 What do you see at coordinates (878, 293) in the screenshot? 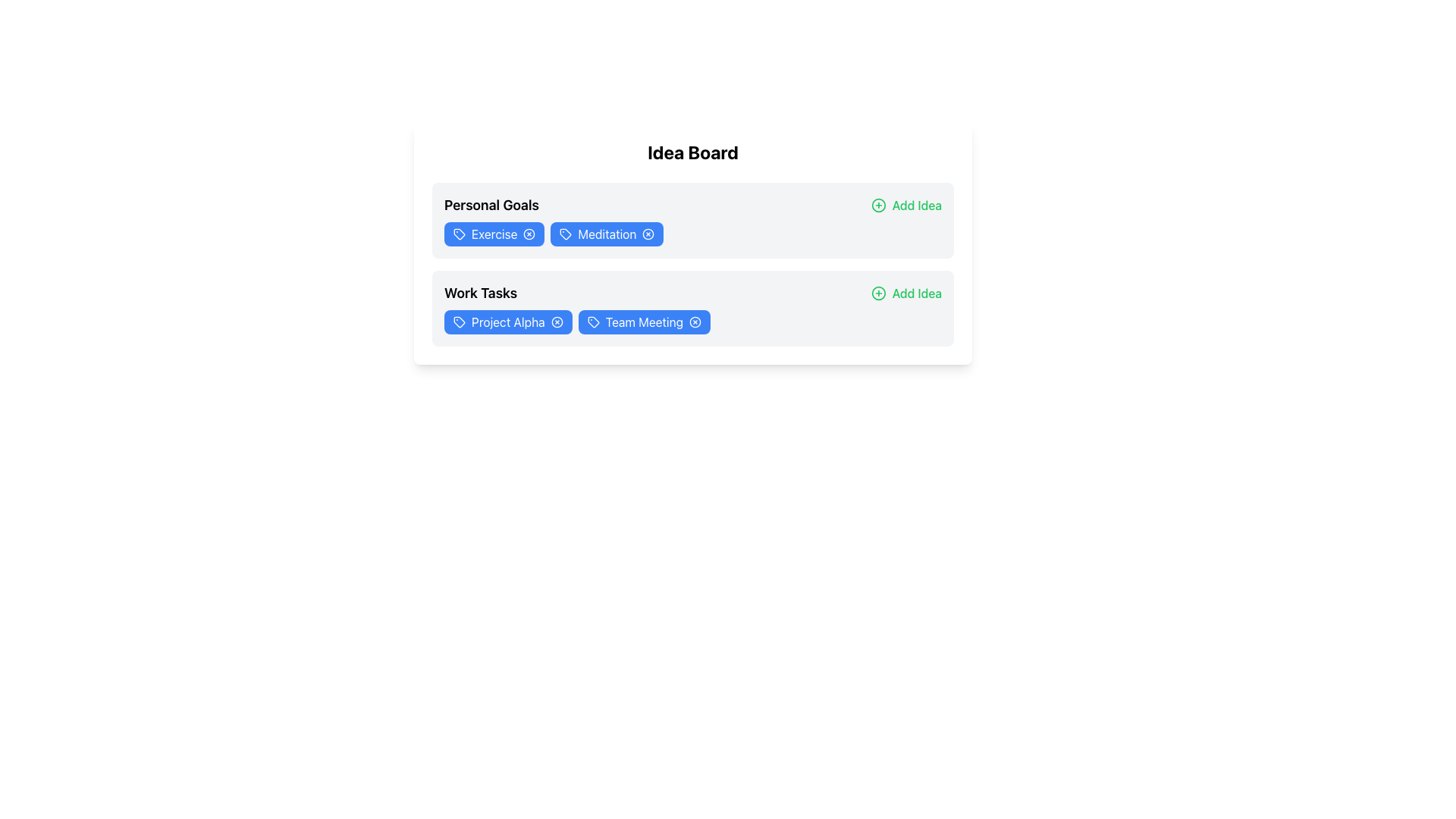
I see `the small circle within the plus sign icon located to the right of the 'Work Tasks' section, aligning with the 'Add Idea' text` at bounding box center [878, 293].